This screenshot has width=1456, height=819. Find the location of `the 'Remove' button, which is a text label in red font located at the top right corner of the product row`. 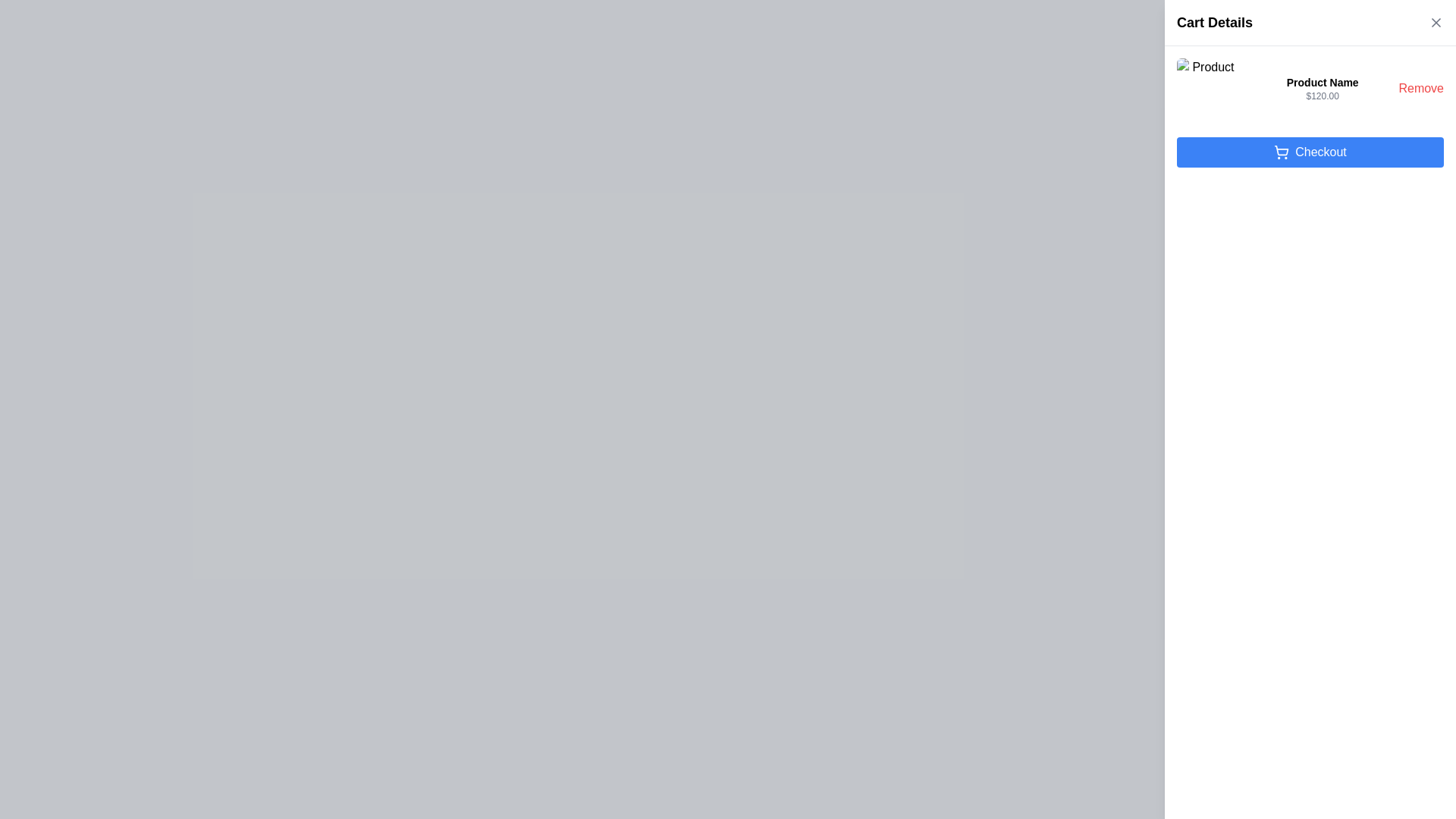

the 'Remove' button, which is a text label in red font located at the top right corner of the product row is located at coordinates (1420, 88).